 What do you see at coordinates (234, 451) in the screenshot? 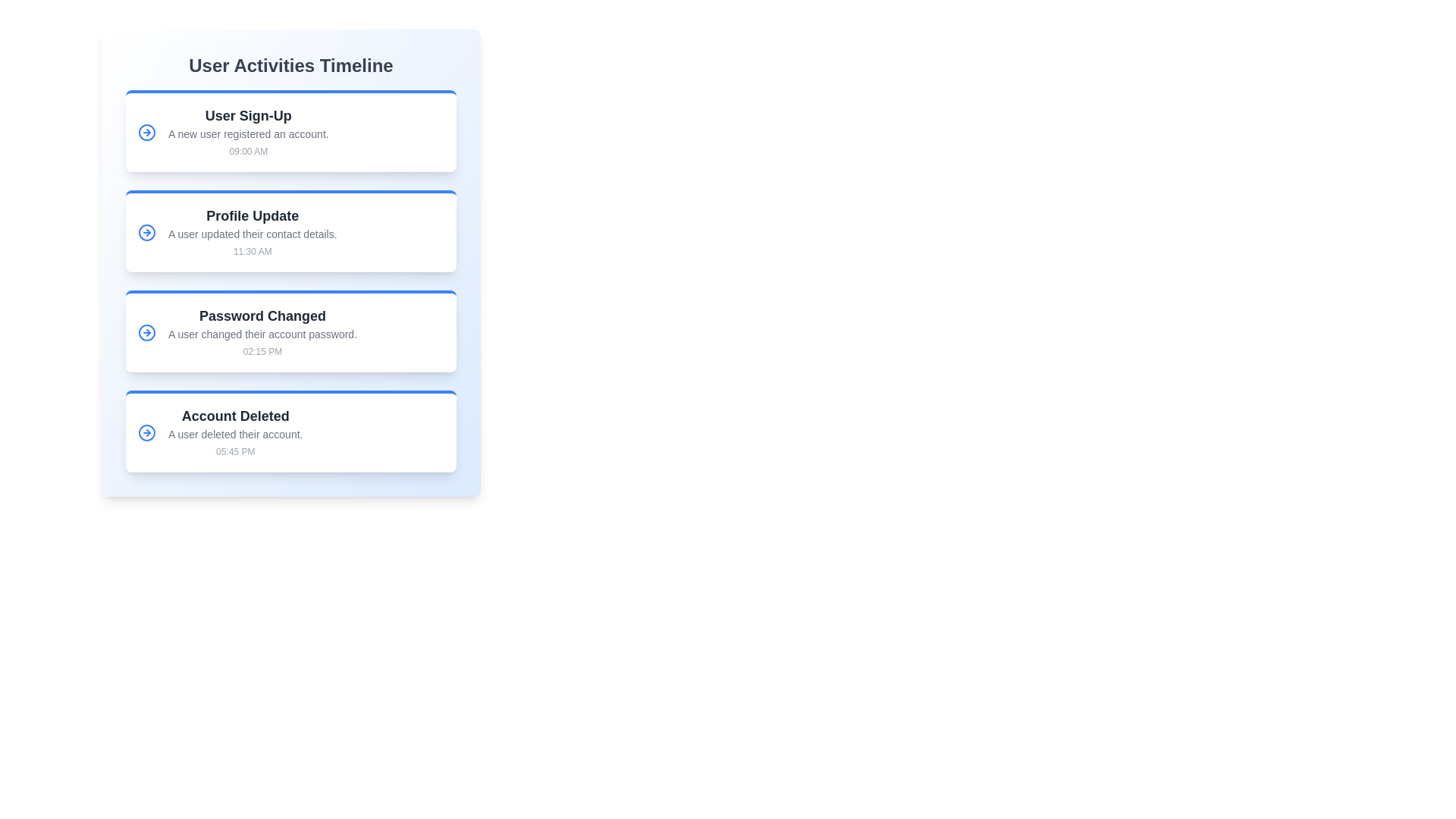
I see `the timestamp text label indicating the time of the 'Account Deleted' event, located at the bottom-right corner of the card containing the 'Account Deleted' message` at bounding box center [234, 451].